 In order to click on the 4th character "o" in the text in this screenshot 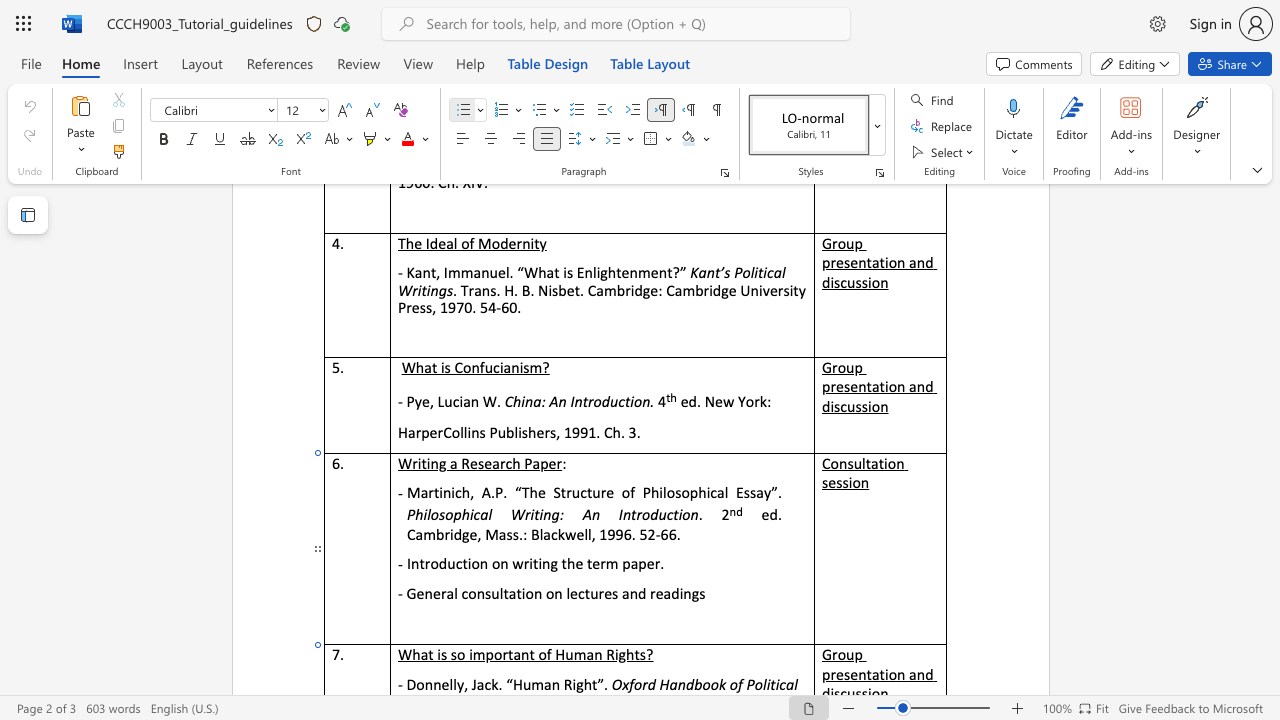, I will do `click(686, 514)`.